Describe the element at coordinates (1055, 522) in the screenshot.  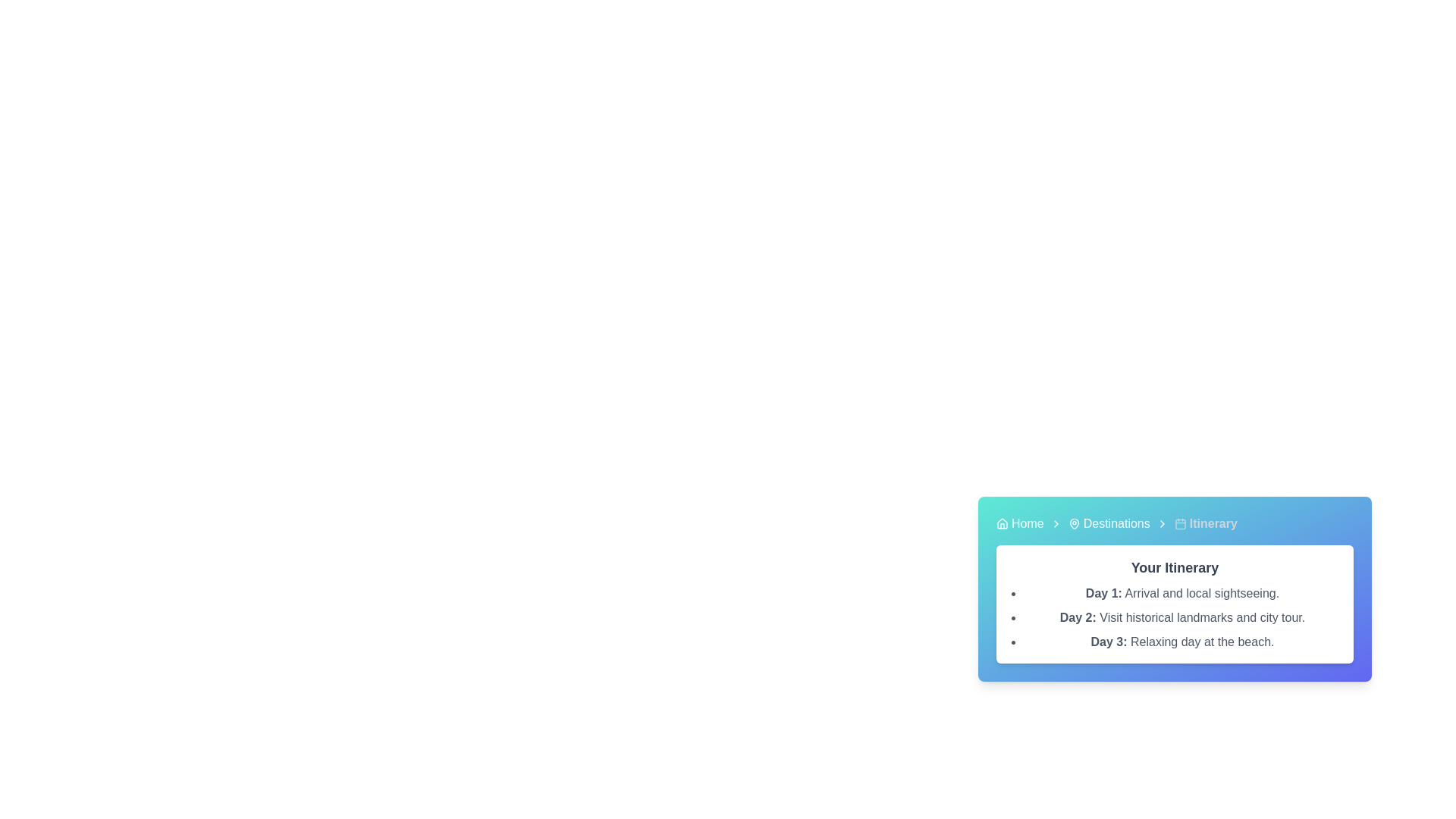
I see `the small right-facing arrow icon, which is located between the 'Home' and 'Destinations' text links in the breadcrumb trail` at that location.